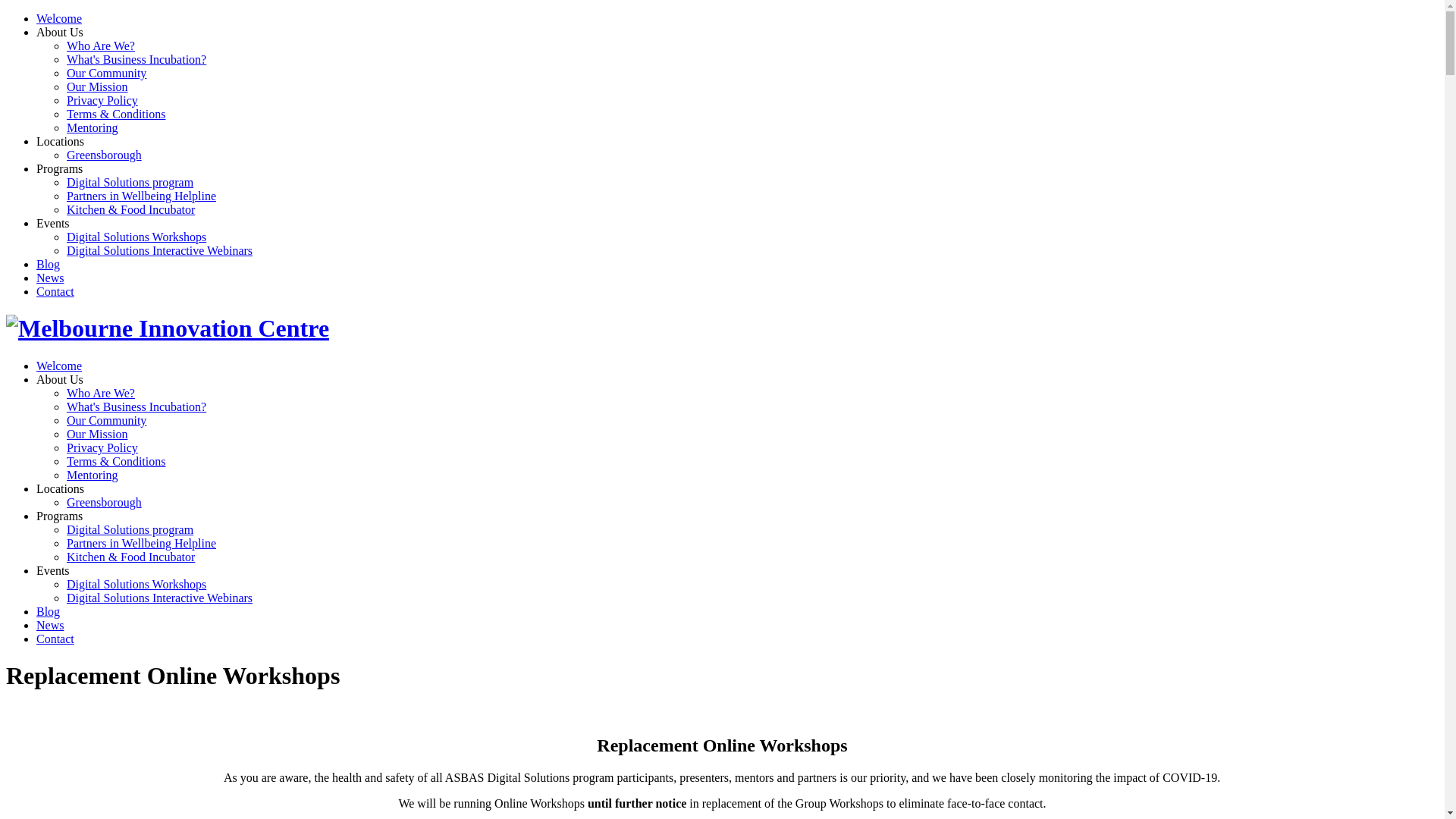  I want to click on 'Digital Solutions Workshops', so click(136, 237).